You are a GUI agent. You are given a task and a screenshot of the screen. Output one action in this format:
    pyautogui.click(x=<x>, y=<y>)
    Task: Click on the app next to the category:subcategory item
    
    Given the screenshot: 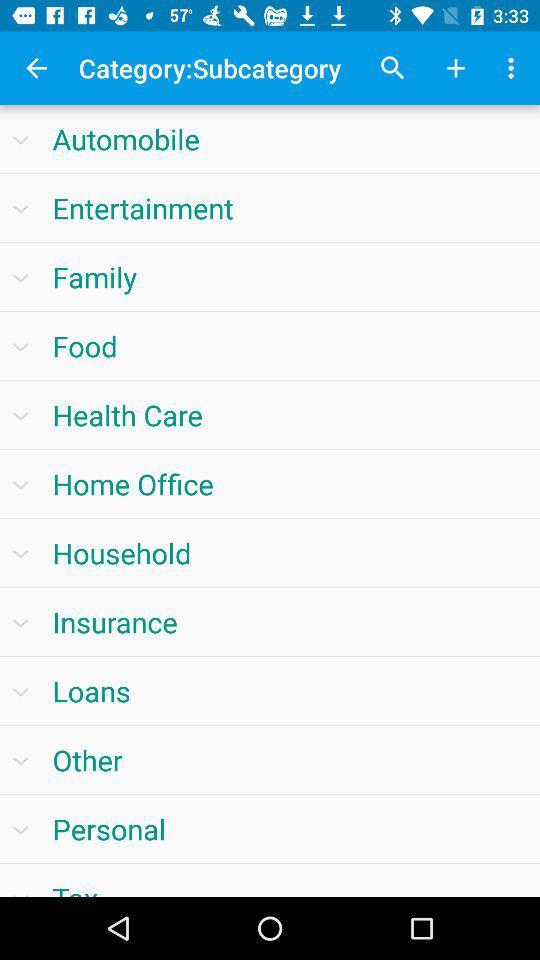 What is the action you would take?
    pyautogui.click(x=36, y=68)
    